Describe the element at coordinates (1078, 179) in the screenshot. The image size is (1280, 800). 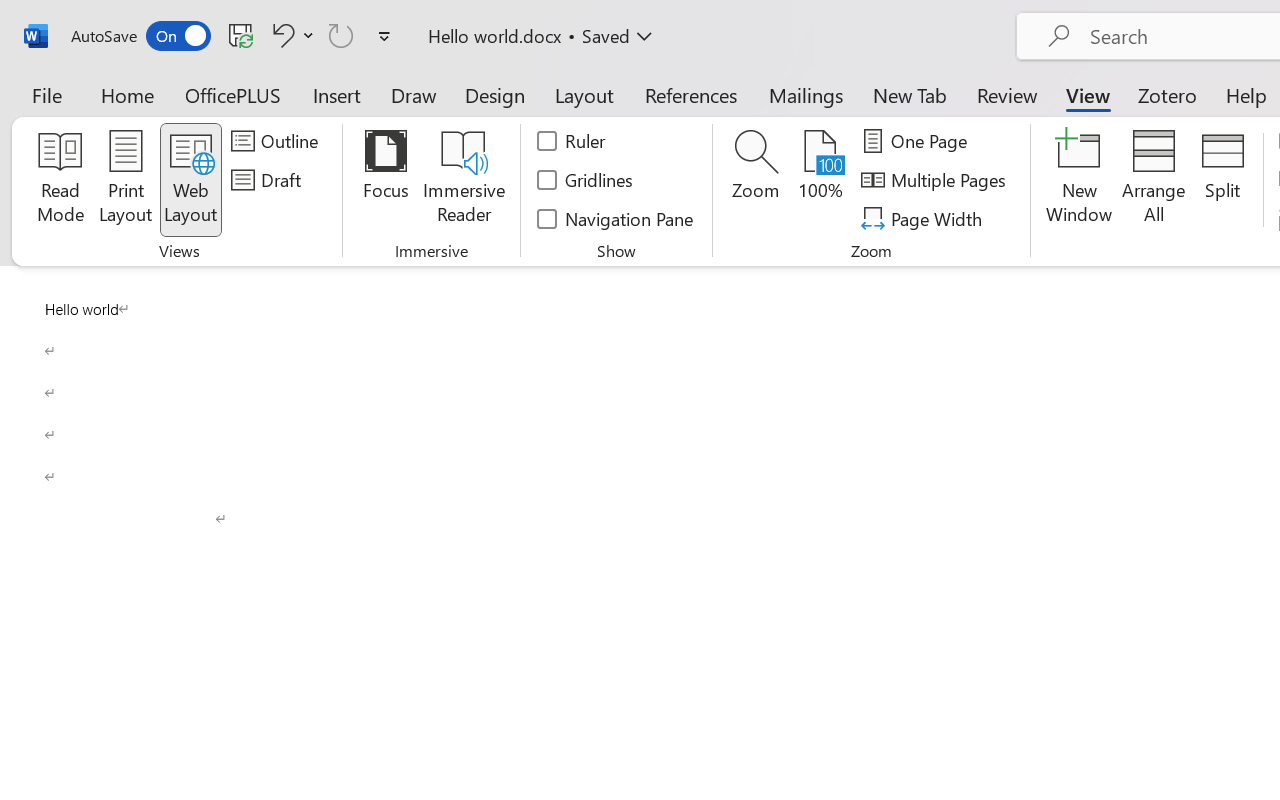
I see `'New Window'` at that location.